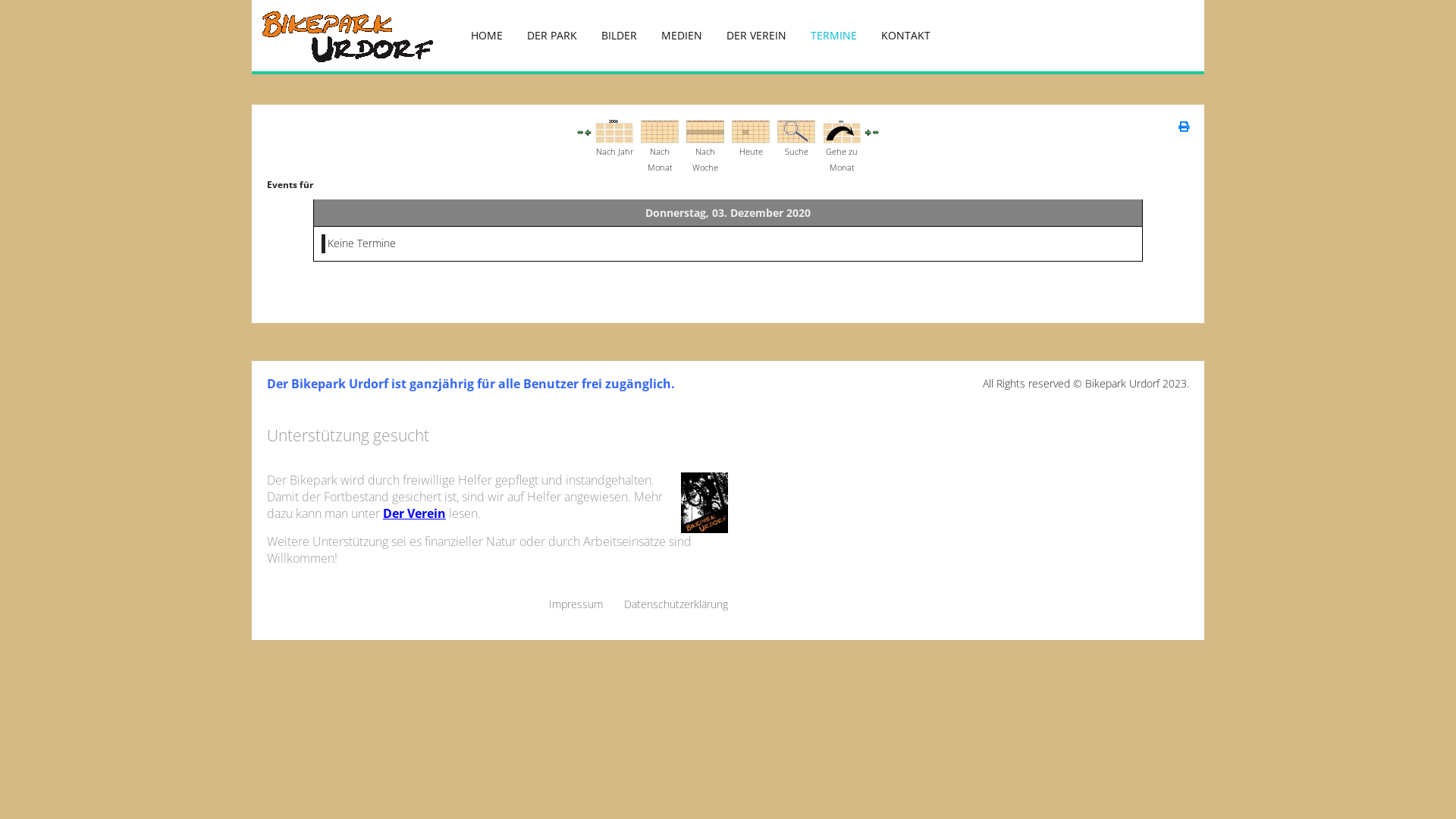 The image size is (1456, 819). Describe the element at coordinates (487, 34) in the screenshot. I see `'HOME'` at that location.